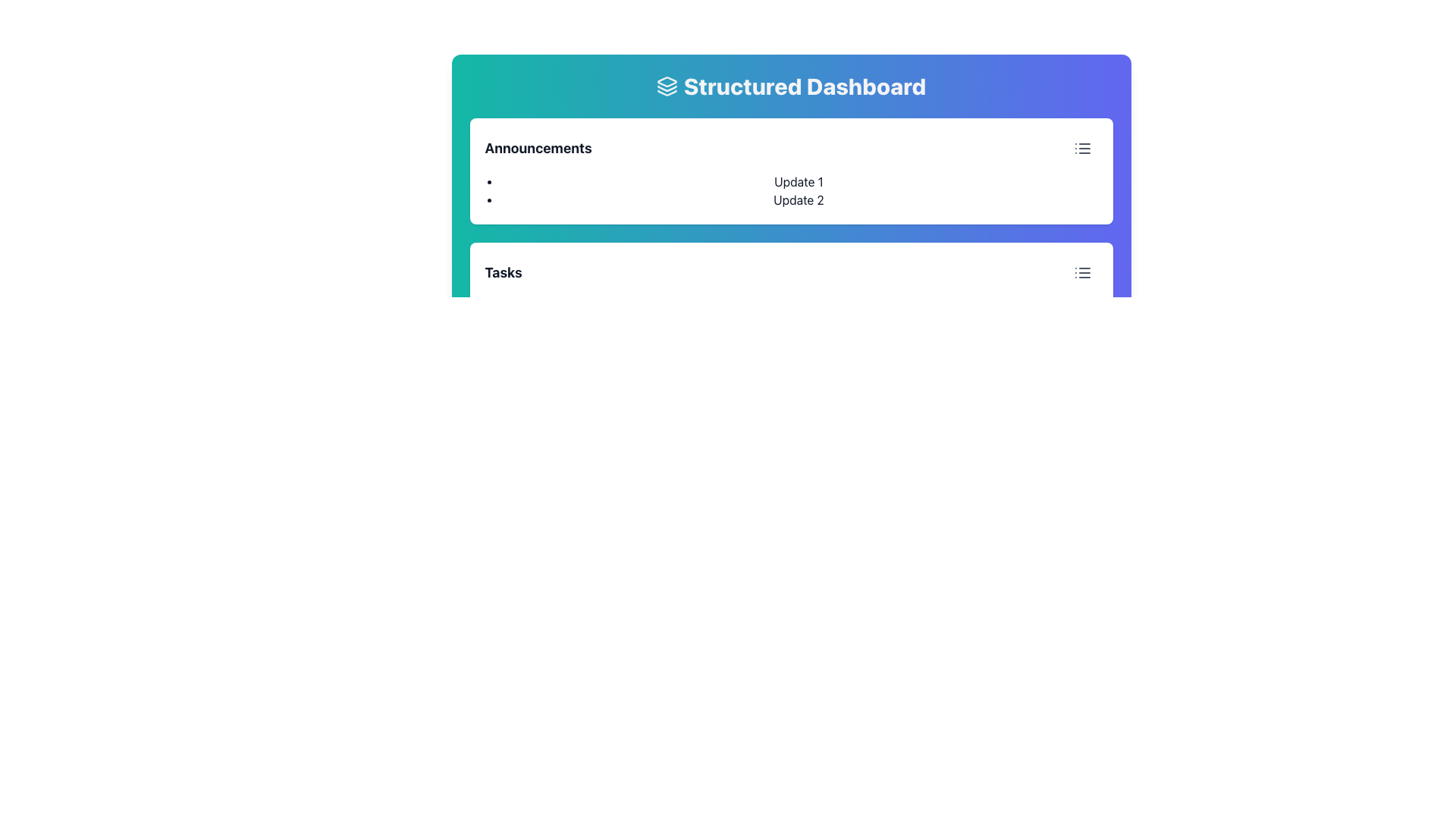 The width and height of the screenshot is (1456, 819). What do you see at coordinates (667, 86) in the screenshot?
I see `the dashboard logo icon located to the left of the 'Structured Dashboard' text in the header` at bounding box center [667, 86].